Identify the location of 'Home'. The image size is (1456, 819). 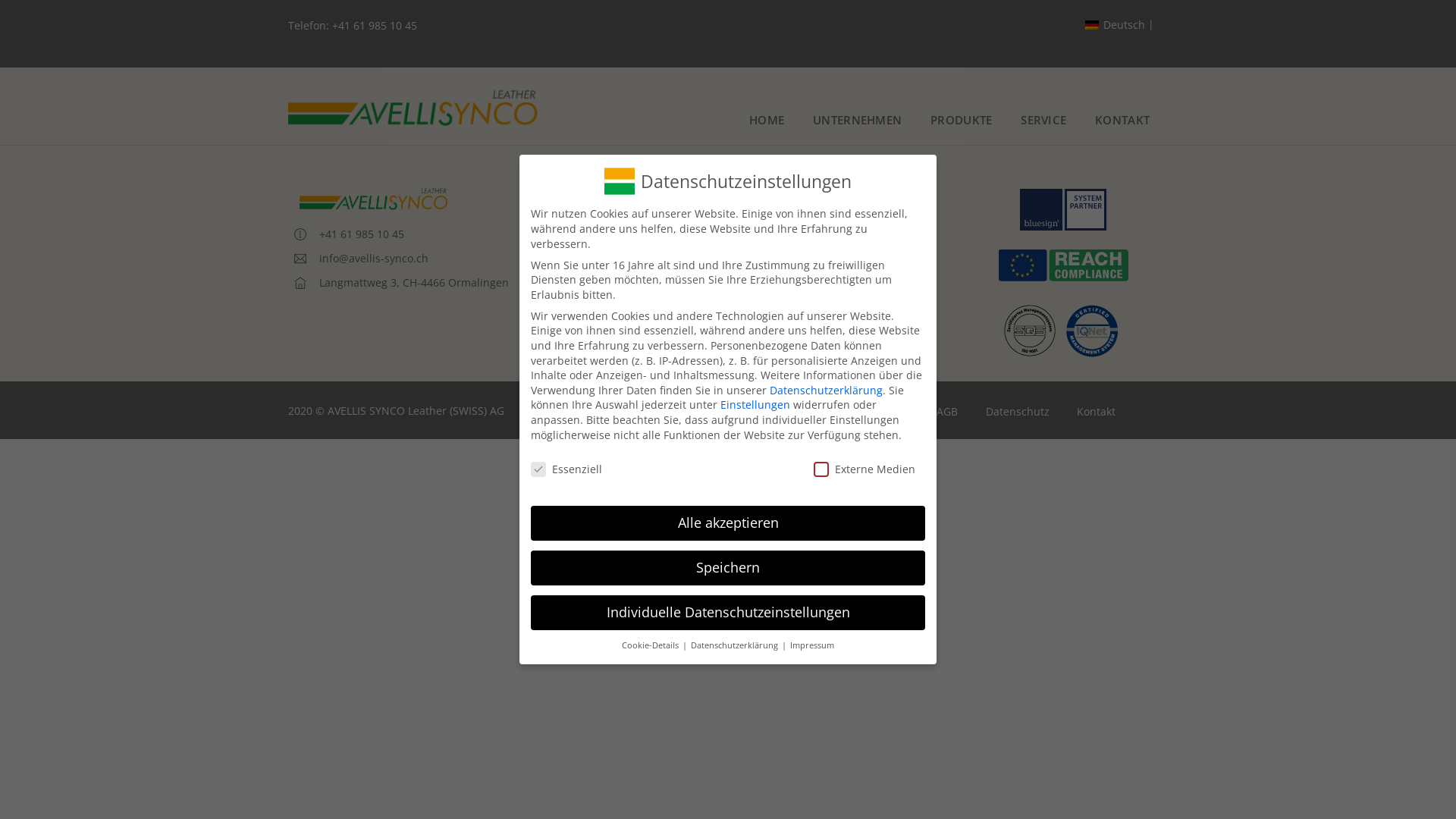
(808, 412).